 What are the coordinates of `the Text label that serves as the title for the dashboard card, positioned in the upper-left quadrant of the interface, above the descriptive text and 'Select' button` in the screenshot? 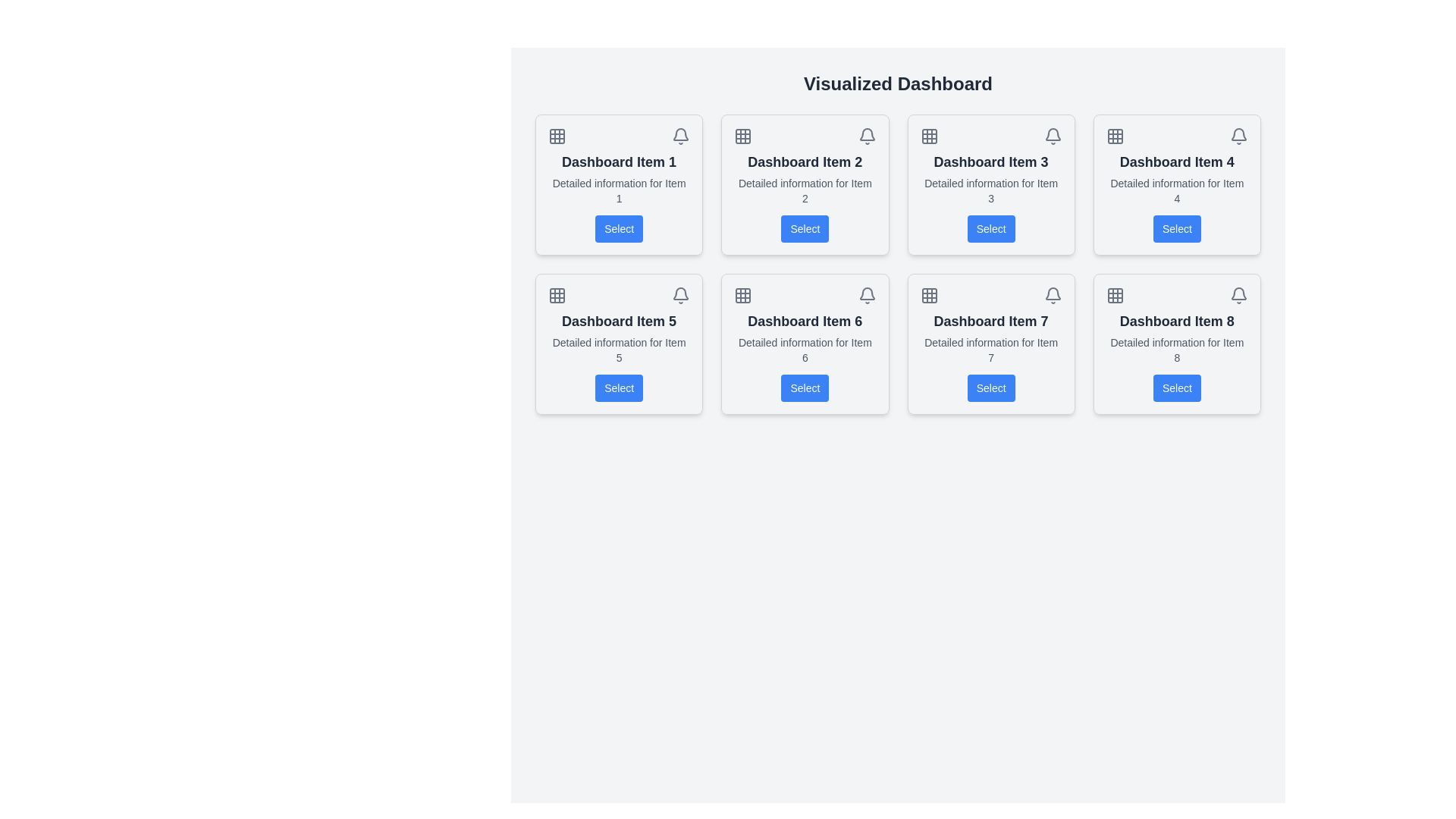 It's located at (619, 162).